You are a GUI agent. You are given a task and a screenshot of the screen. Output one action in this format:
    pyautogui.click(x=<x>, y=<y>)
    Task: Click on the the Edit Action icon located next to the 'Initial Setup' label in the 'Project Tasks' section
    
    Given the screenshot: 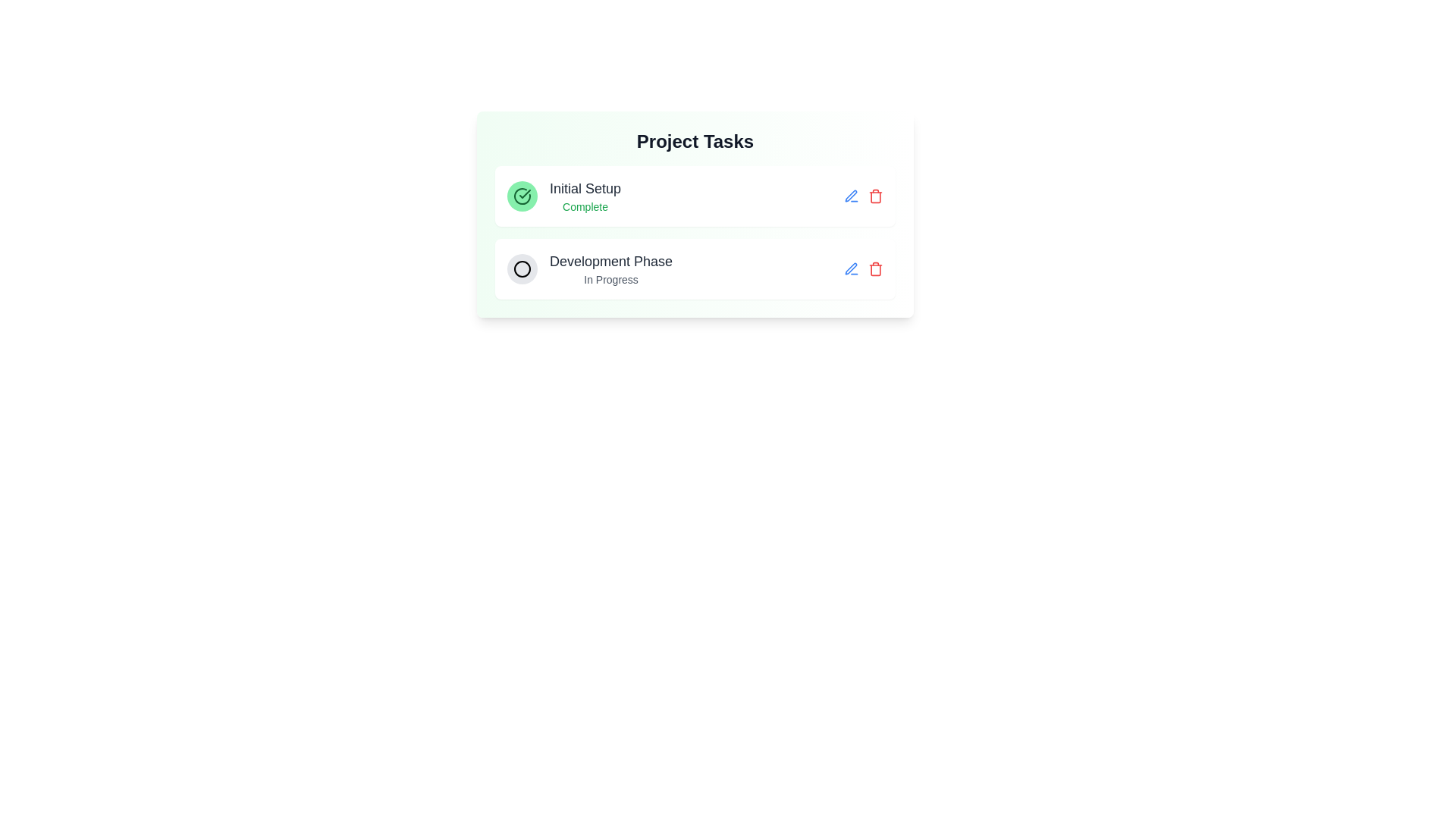 What is the action you would take?
    pyautogui.click(x=851, y=268)
    